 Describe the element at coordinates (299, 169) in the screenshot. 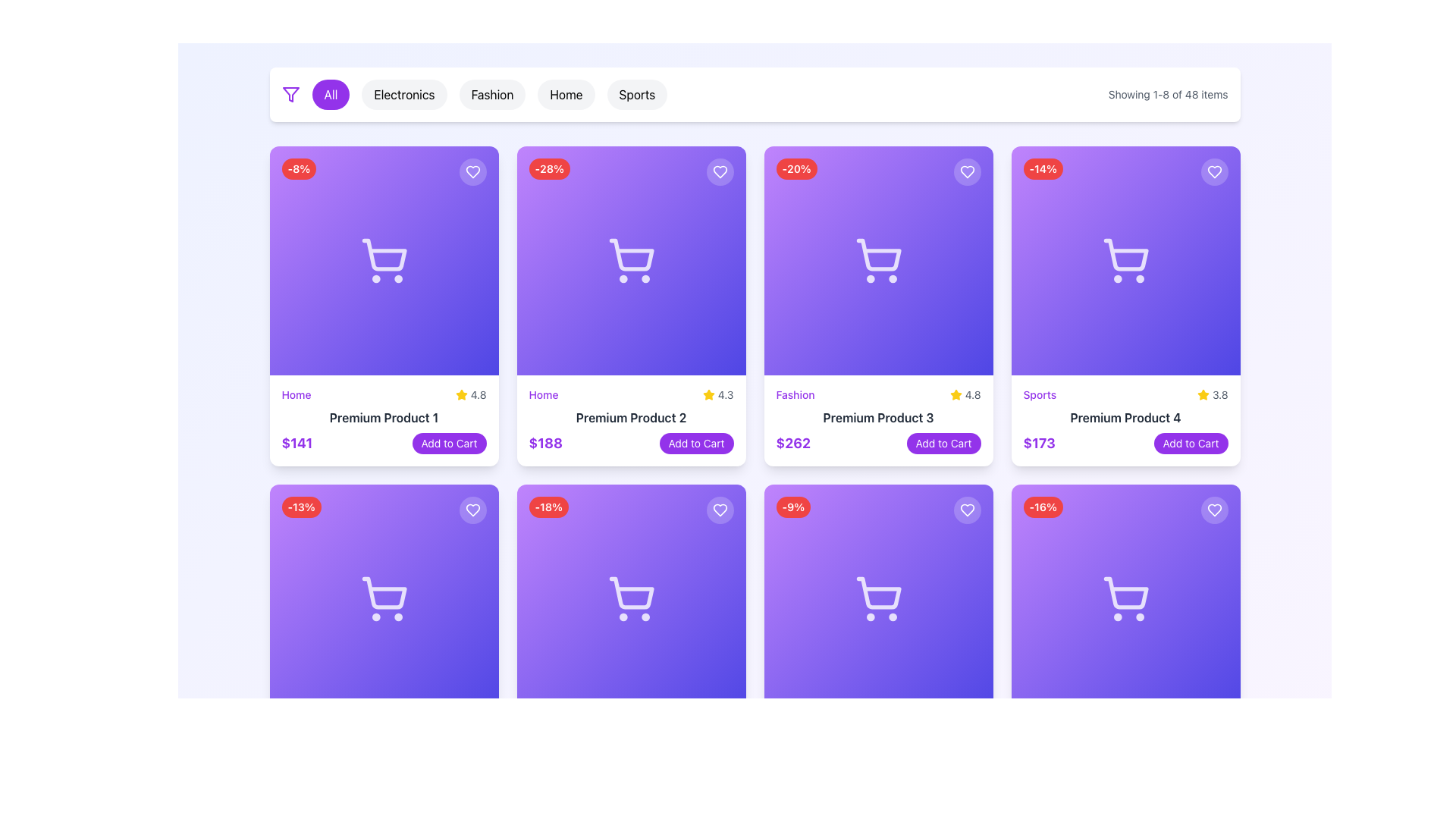

I see `the discount badge located in the top-left corner of the card for 'Premium Product 1', which indicates a price reduction` at that location.